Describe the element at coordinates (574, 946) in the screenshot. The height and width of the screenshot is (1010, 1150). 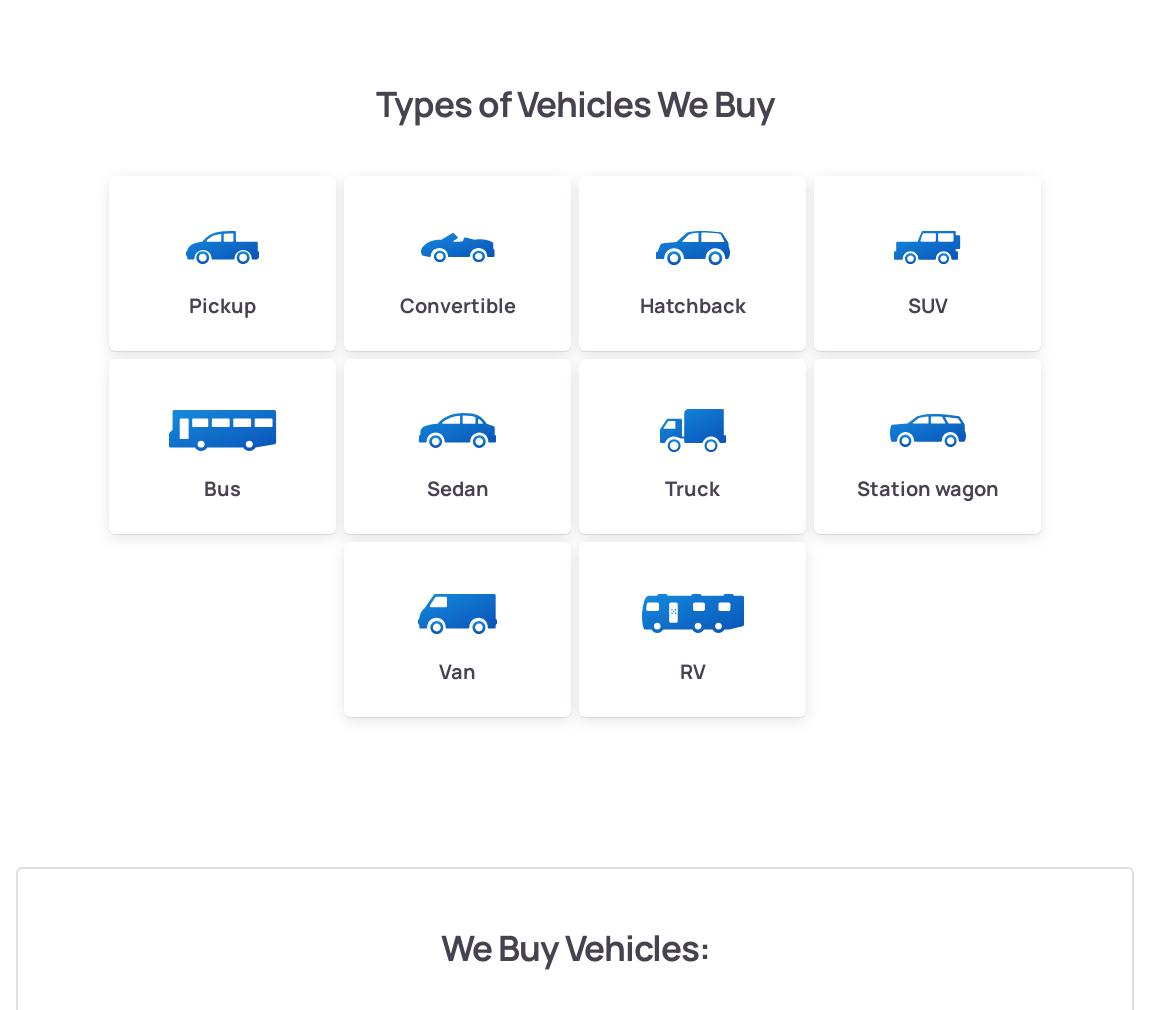
I see `'We Buy Vehicles:'` at that location.